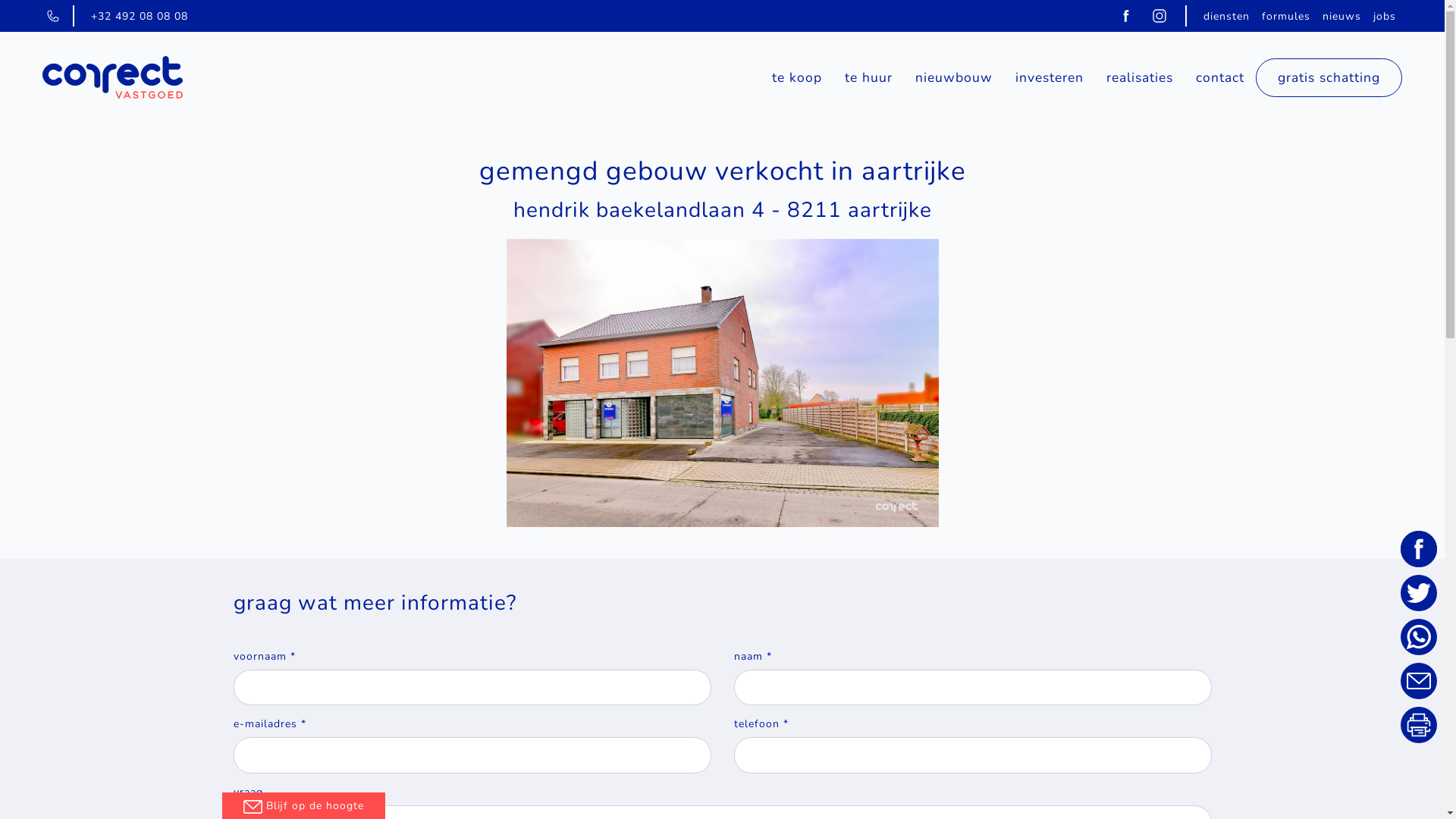 This screenshot has width=1456, height=819. I want to click on 'contact', so click(1219, 77).